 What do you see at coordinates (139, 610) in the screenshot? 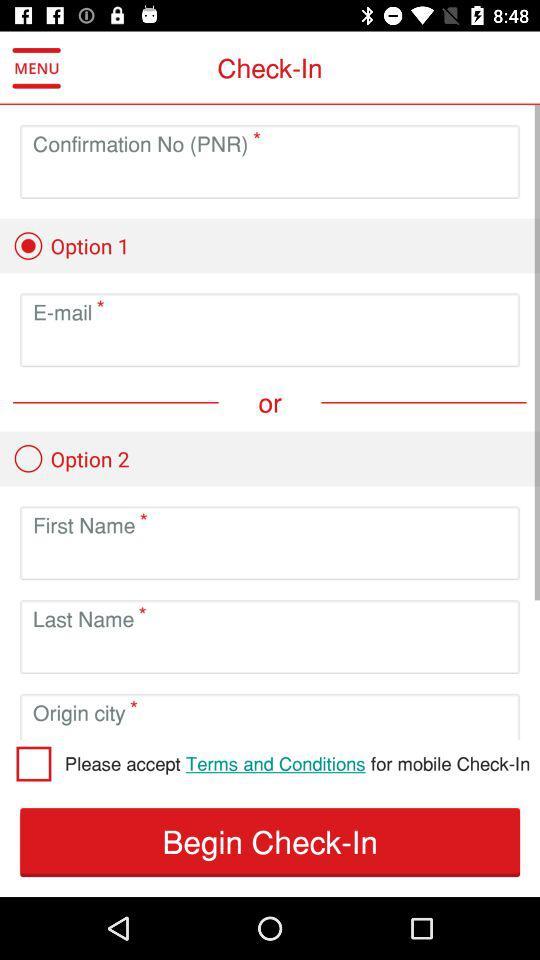
I see `move to  right to lsat name` at bounding box center [139, 610].